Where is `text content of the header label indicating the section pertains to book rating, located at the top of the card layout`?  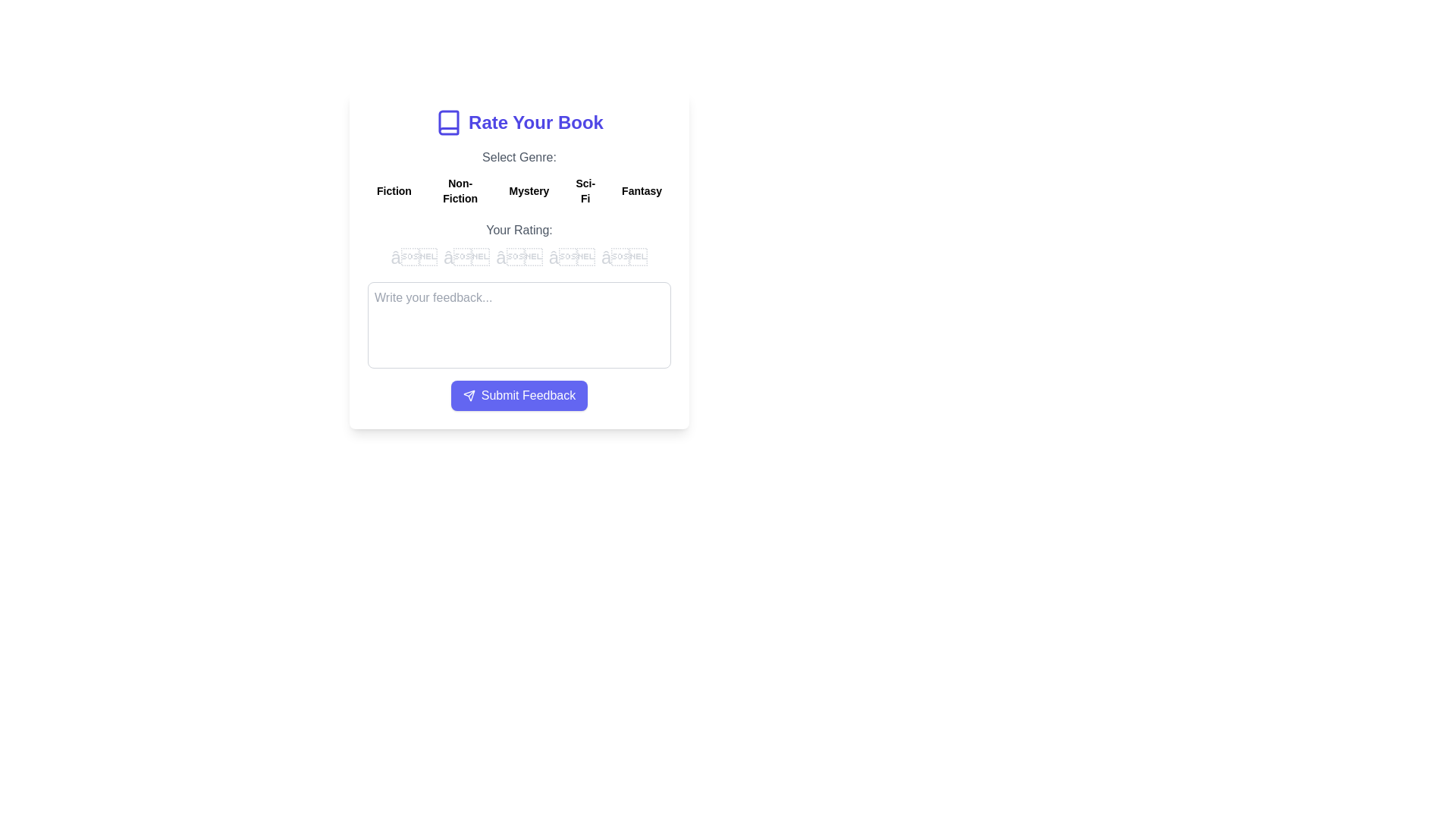
text content of the header label indicating the section pertains to book rating, located at the top of the card layout is located at coordinates (535, 122).